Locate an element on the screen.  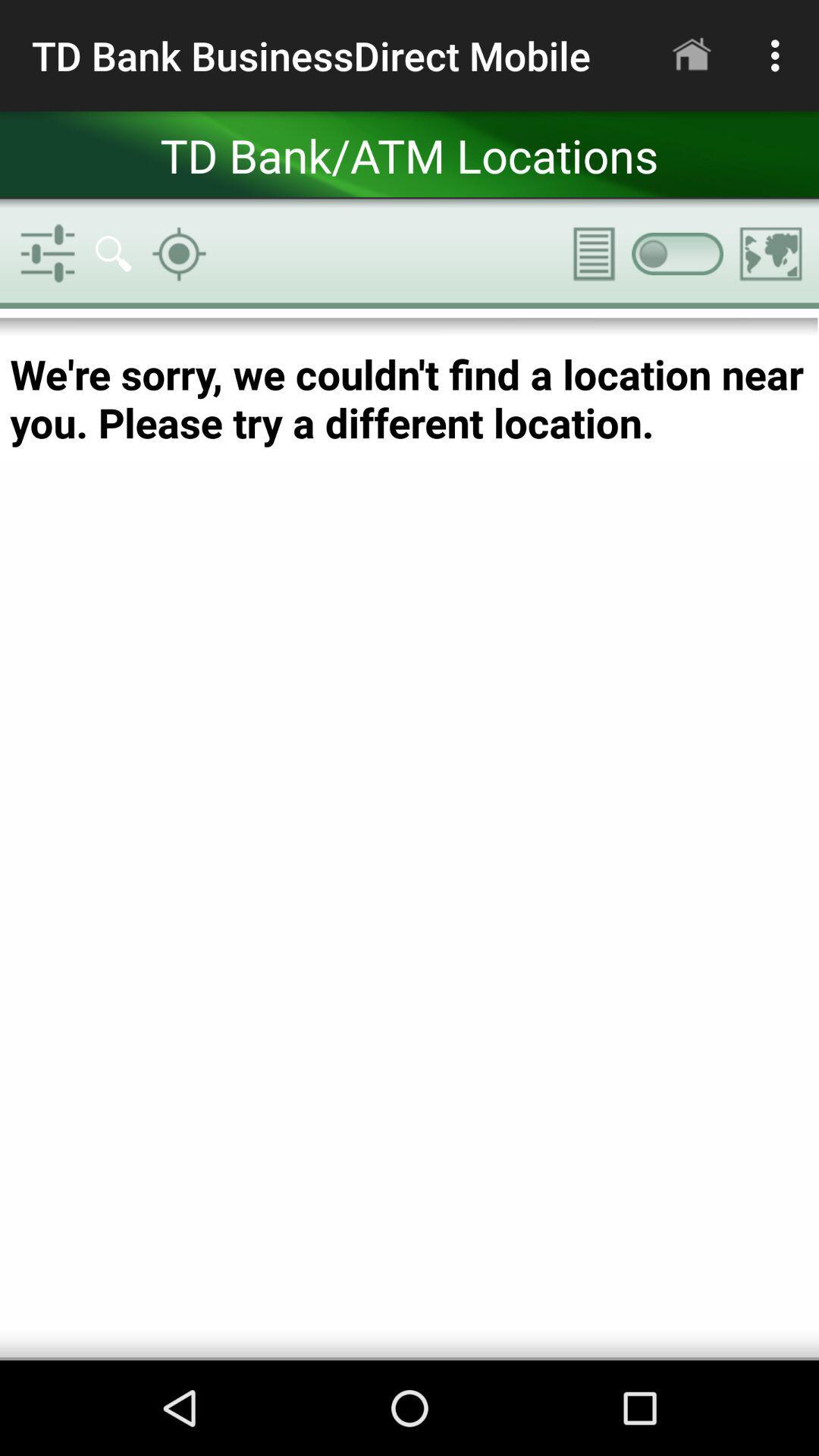
the item next to the td bank businessdirect icon is located at coordinates (691, 55).